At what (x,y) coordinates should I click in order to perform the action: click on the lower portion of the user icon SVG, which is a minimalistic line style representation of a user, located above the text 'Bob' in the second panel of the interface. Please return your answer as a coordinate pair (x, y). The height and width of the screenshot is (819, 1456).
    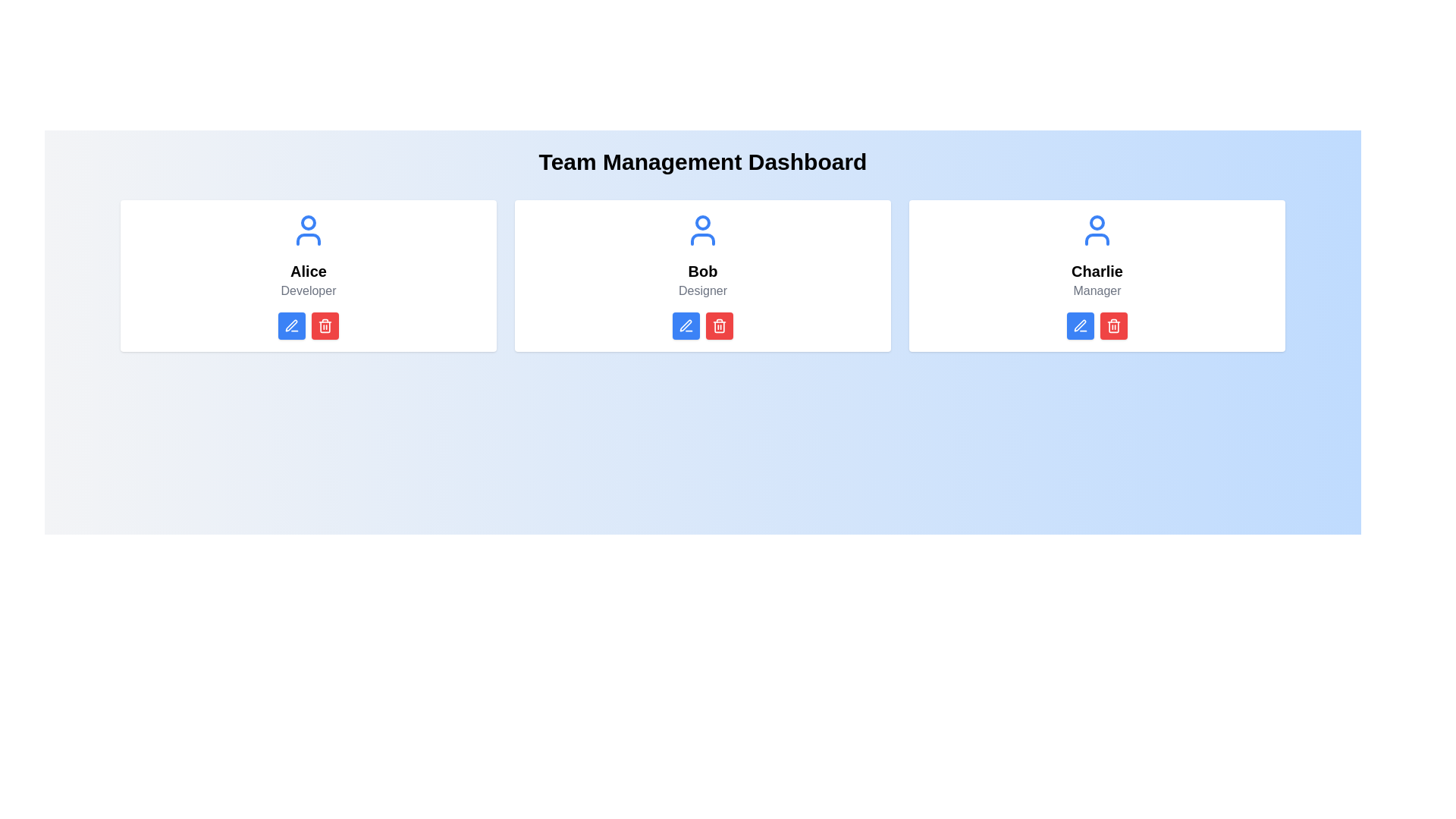
    Looking at the image, I should click on (701, 239).